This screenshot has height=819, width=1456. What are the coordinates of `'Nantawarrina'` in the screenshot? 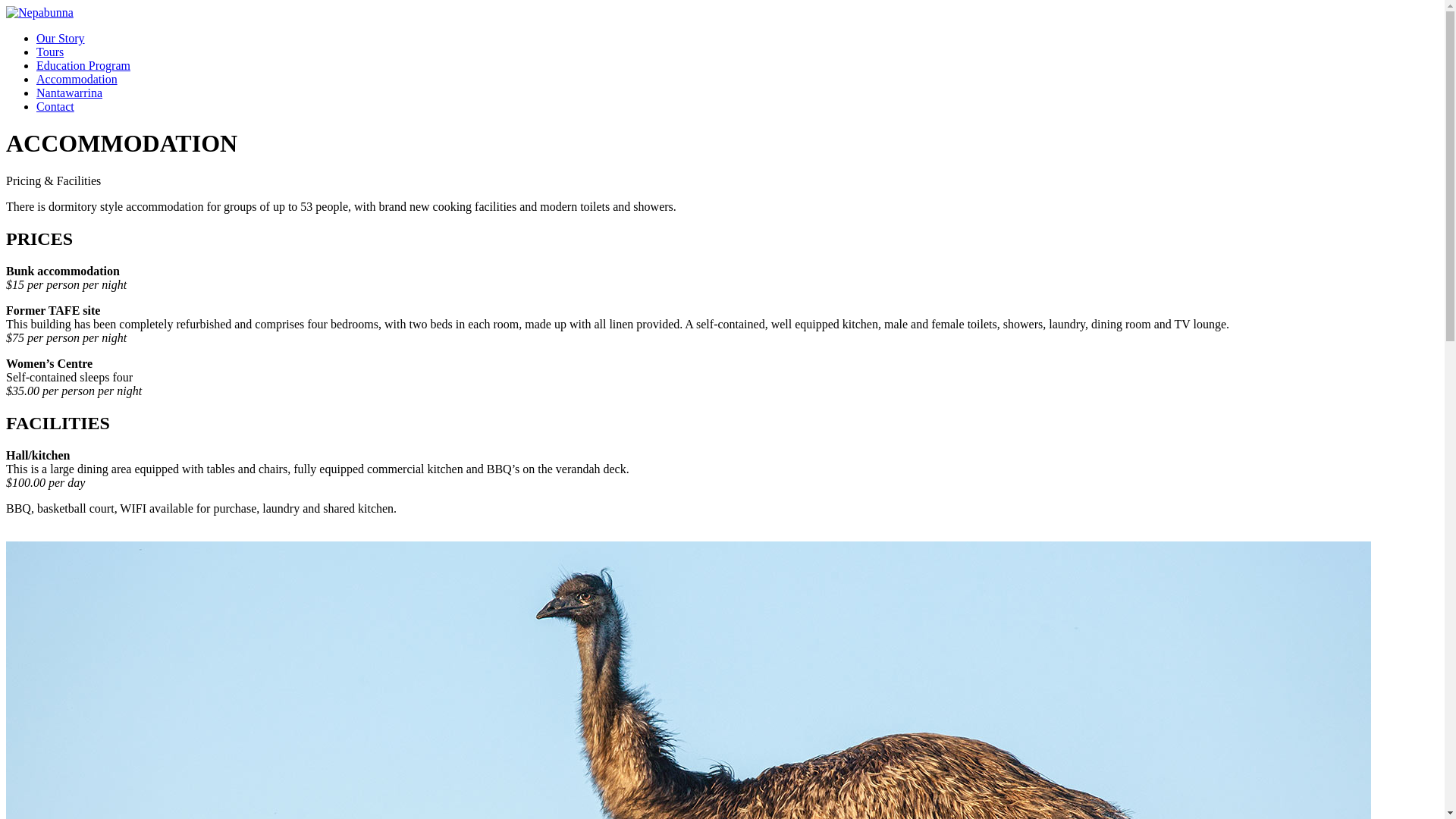 It's located at (68, 93).